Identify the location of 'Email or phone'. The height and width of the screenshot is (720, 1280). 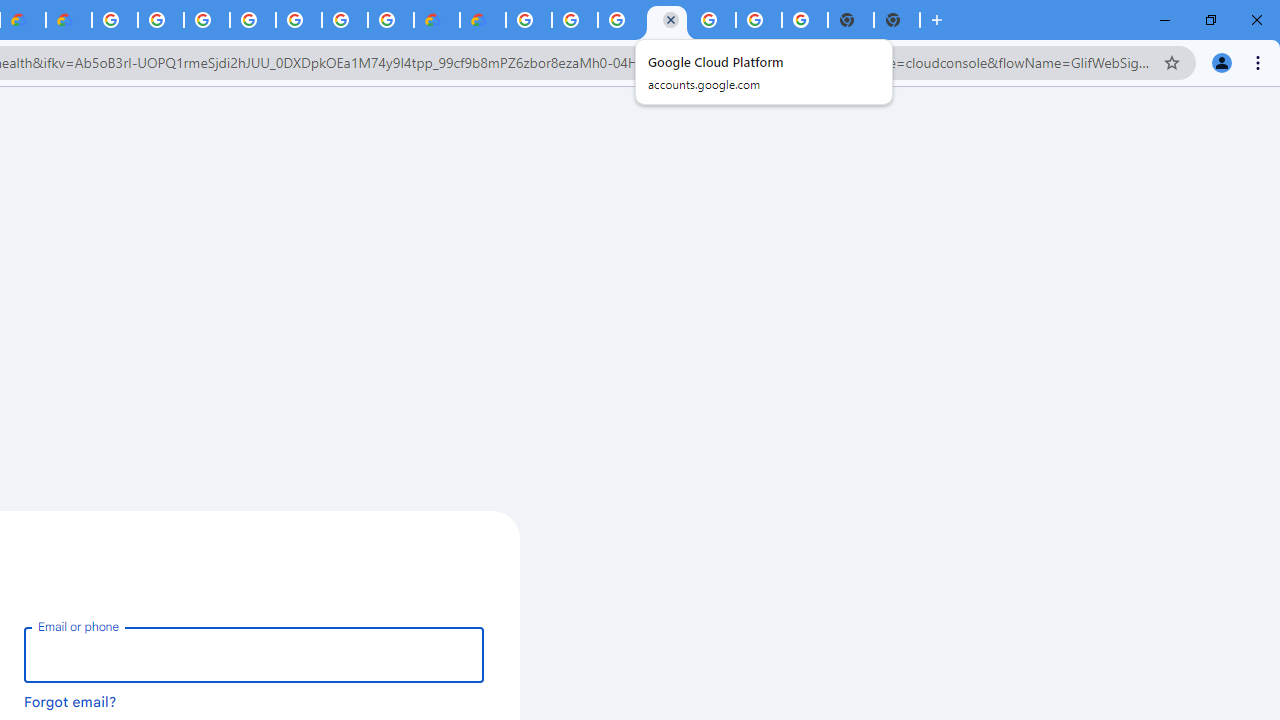
(253, 654).